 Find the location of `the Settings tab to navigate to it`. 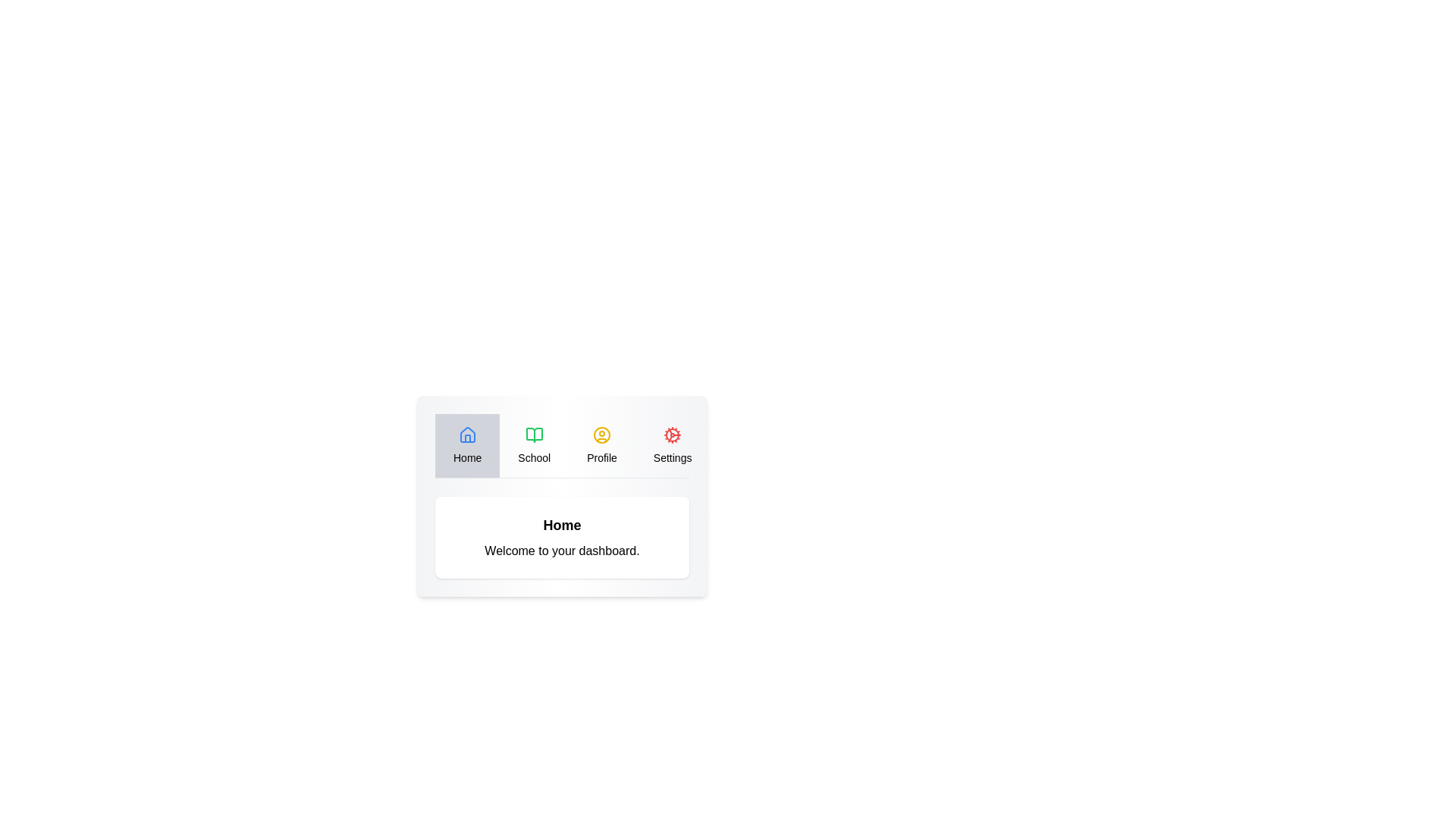

the Settings tab to navigate to it is located at coordinates (672, 444).